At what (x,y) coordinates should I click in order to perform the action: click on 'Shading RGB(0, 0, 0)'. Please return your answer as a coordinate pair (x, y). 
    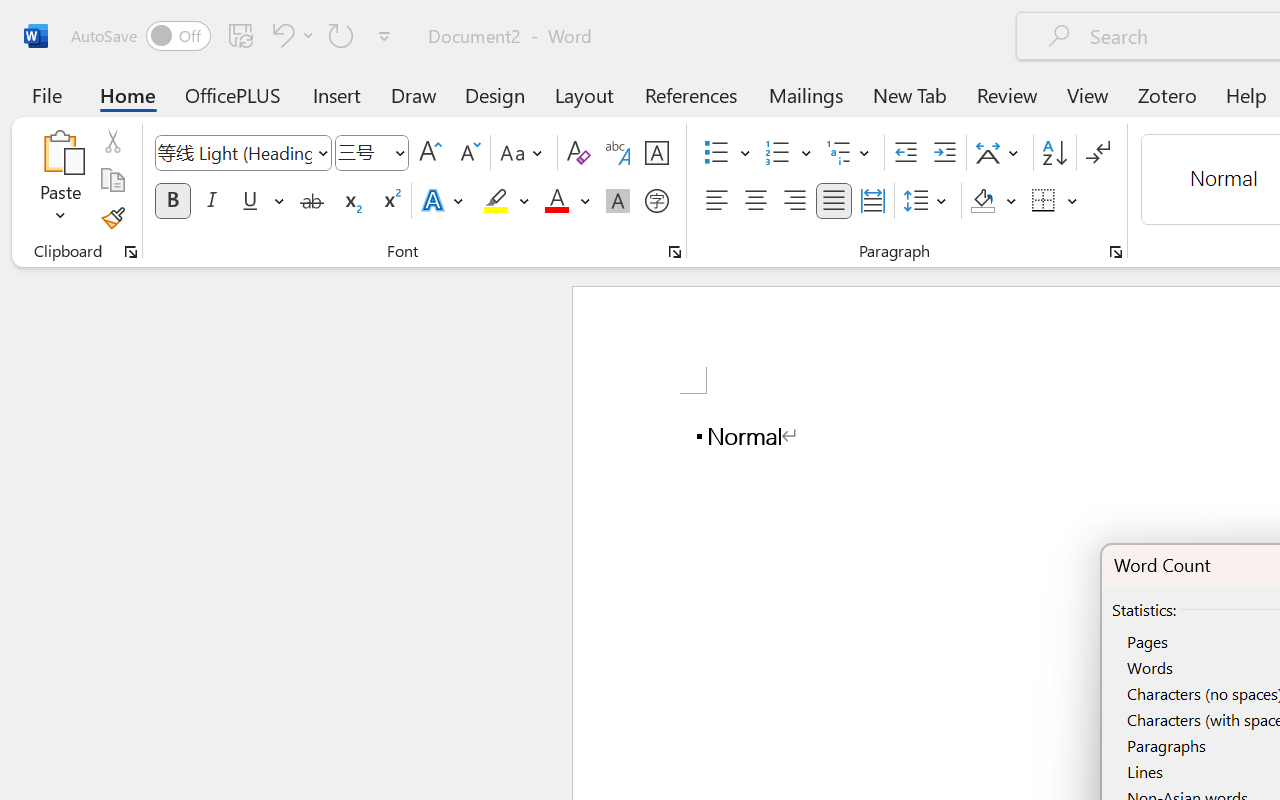
    Looking at the image, I should click on (983, 201).